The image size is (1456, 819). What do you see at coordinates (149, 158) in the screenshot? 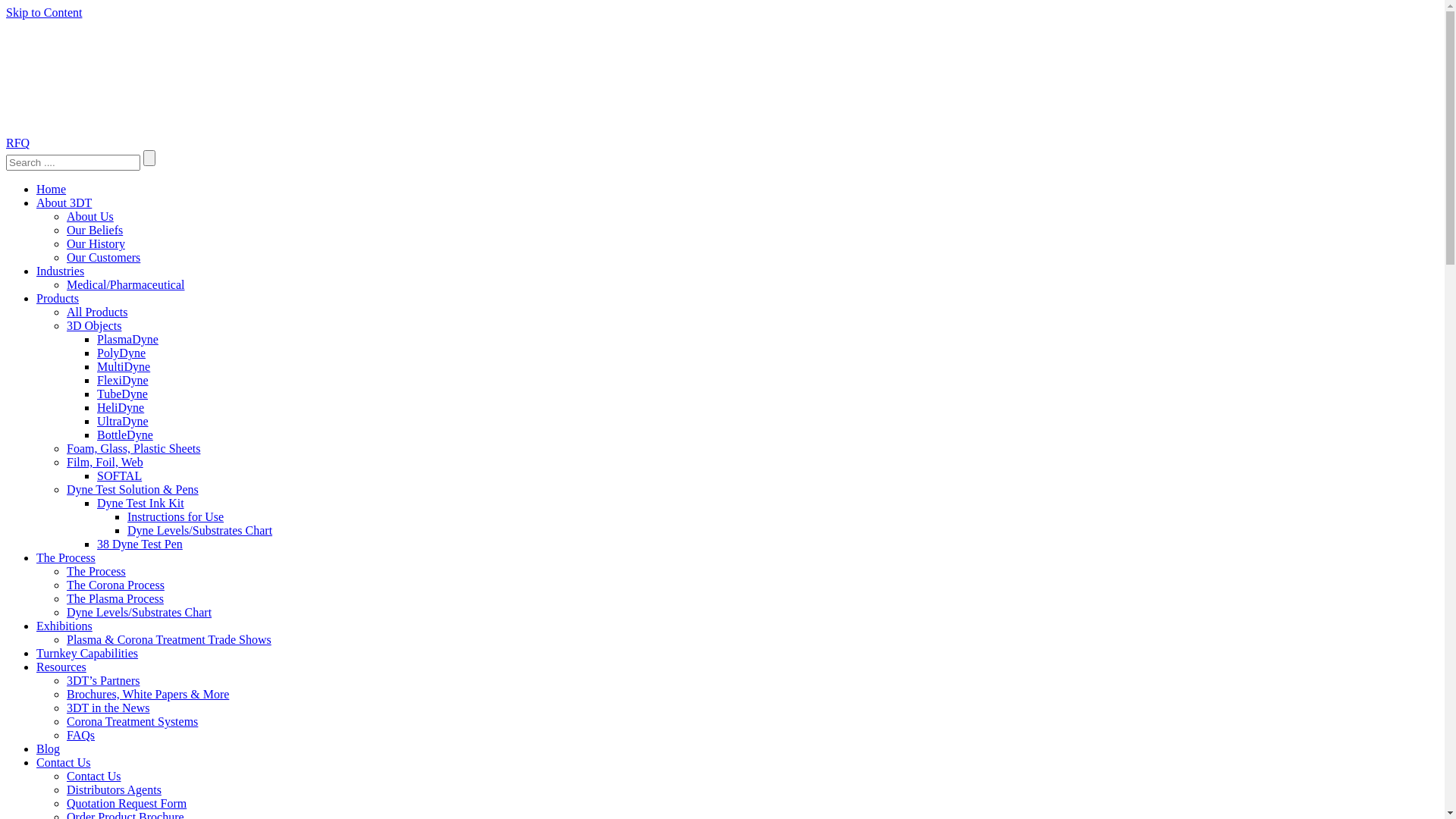
I see `'Search'` at bounding box center [149, 158].